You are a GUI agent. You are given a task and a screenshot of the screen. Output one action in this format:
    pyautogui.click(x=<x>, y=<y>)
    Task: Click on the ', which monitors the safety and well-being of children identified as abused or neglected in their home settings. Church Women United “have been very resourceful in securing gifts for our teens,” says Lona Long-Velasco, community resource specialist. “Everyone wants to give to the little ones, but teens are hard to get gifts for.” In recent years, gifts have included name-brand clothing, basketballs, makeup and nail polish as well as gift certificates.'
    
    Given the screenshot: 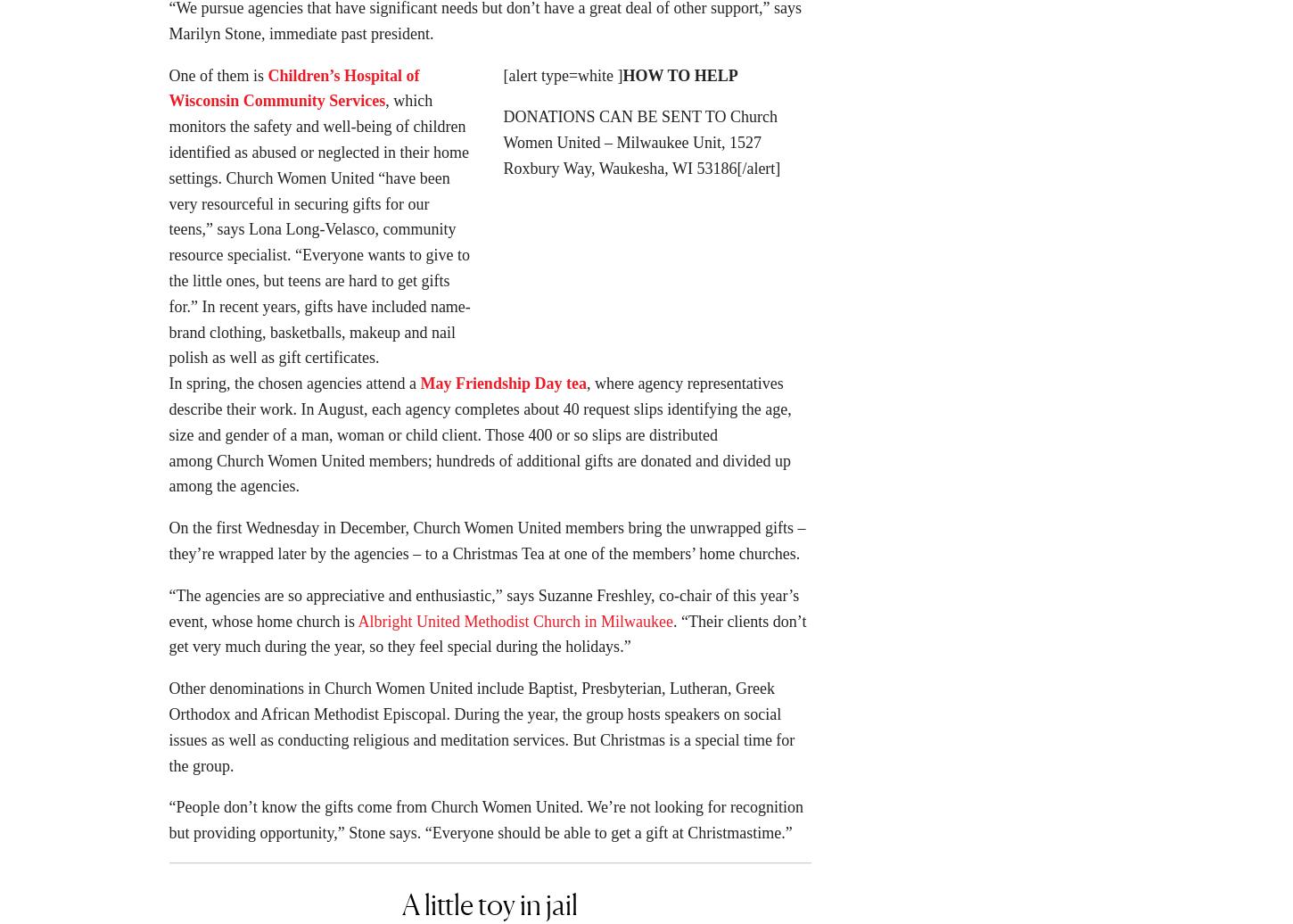 What is the action you would take?
    pyautogui.click(x=319, y=235)
    